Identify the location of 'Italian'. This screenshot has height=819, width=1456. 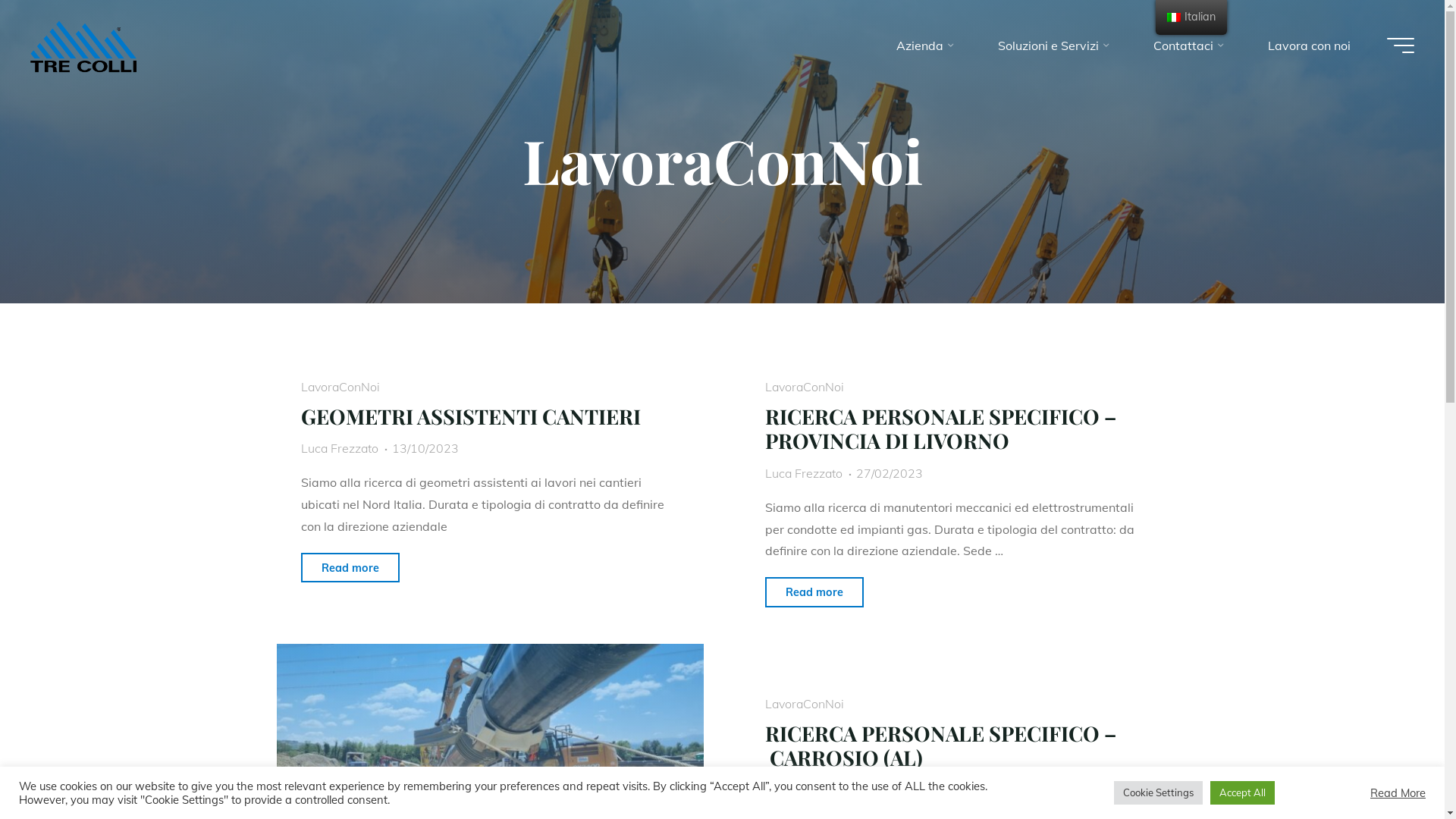
(1172, 17).